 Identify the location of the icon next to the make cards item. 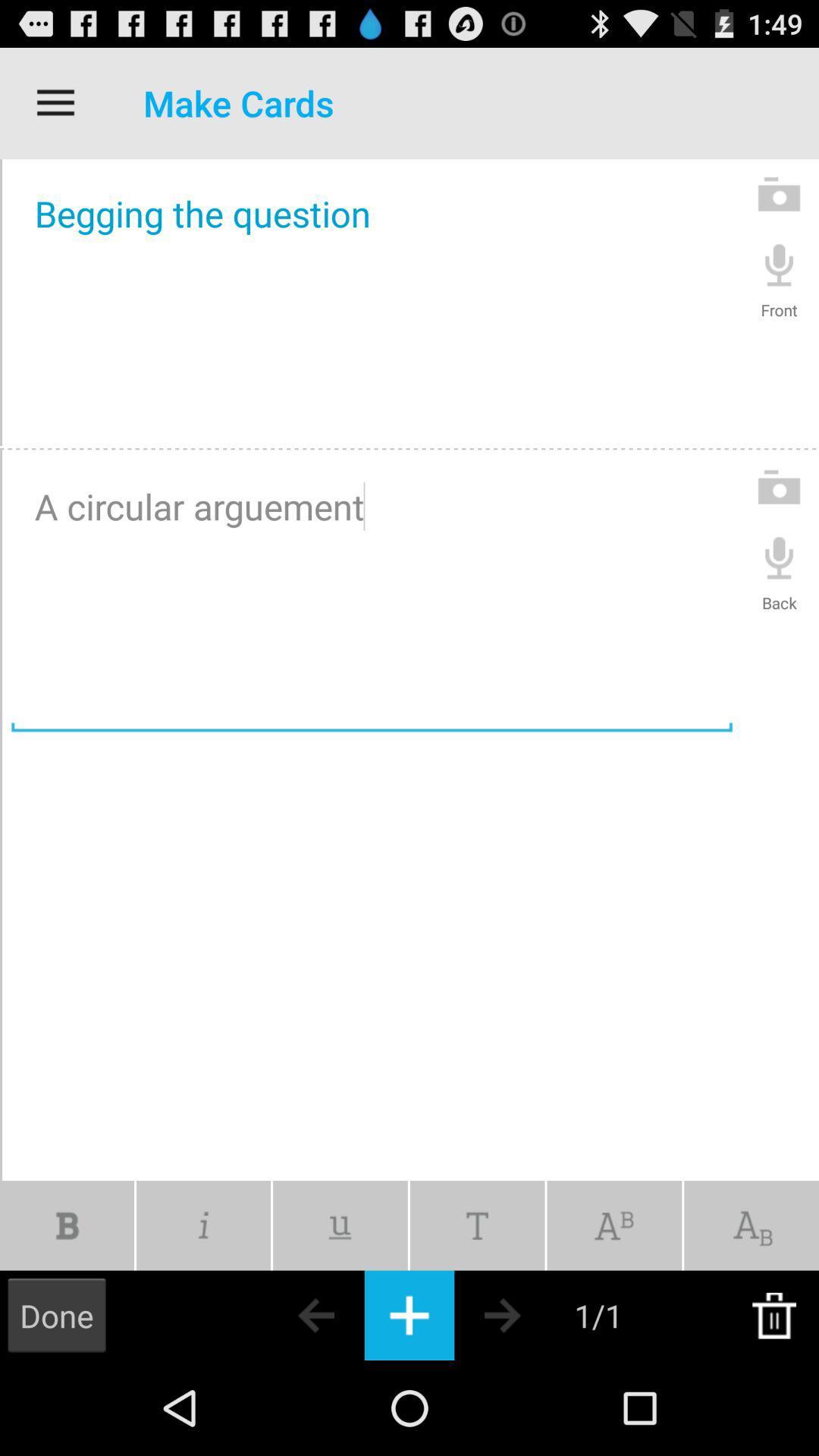
(55, 102).